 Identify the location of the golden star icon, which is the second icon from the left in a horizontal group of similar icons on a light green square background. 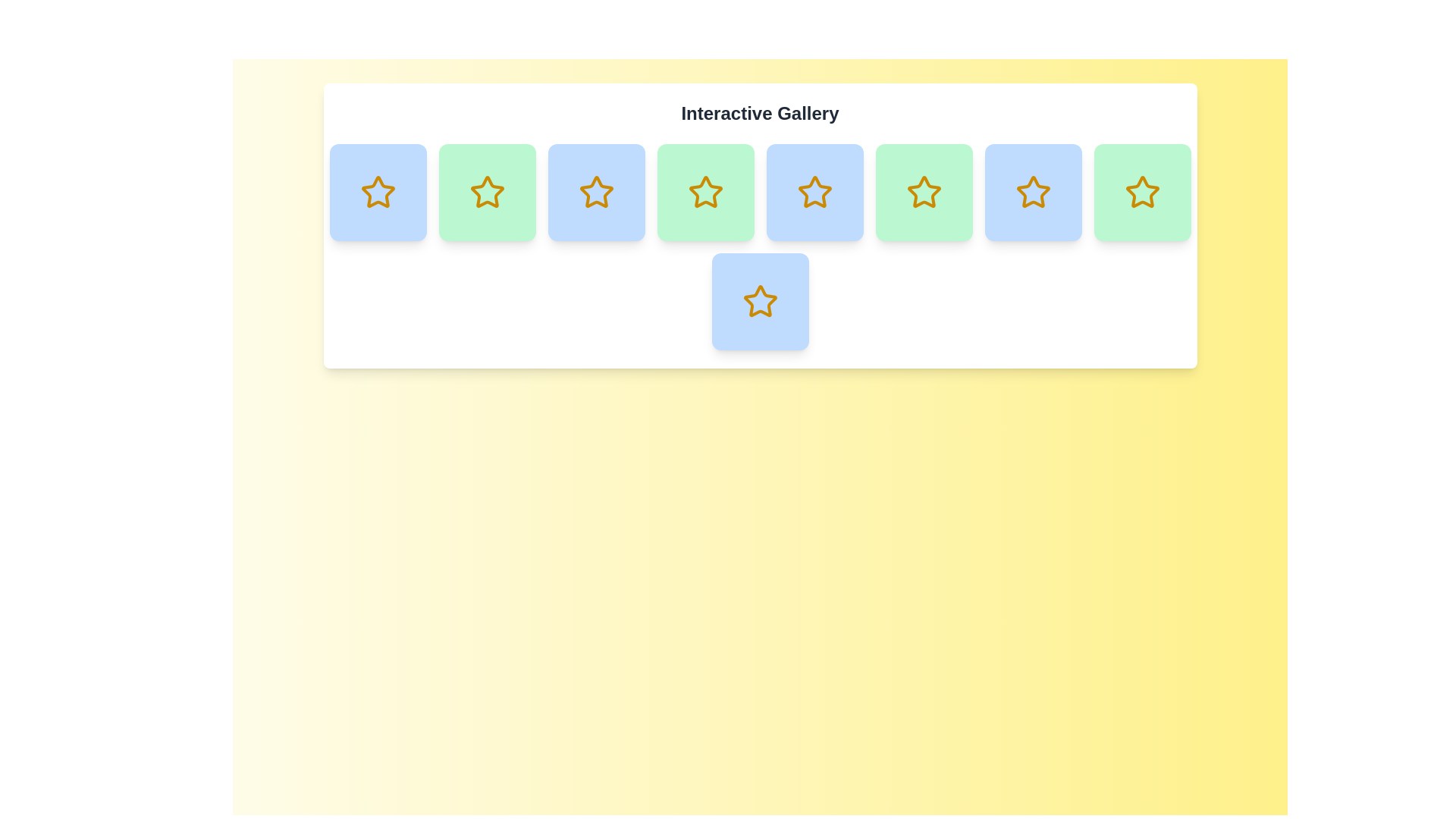
(487, 191).